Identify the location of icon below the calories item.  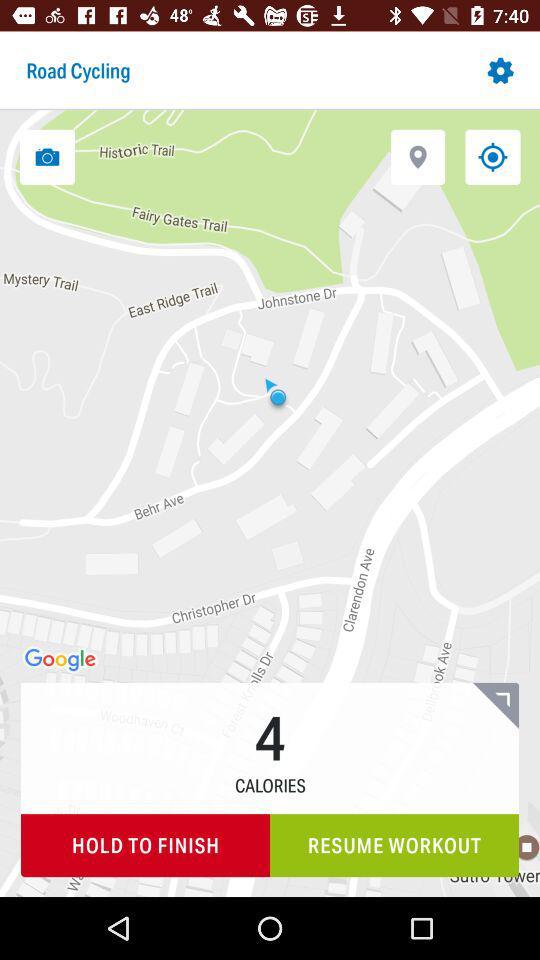
(394, 844).